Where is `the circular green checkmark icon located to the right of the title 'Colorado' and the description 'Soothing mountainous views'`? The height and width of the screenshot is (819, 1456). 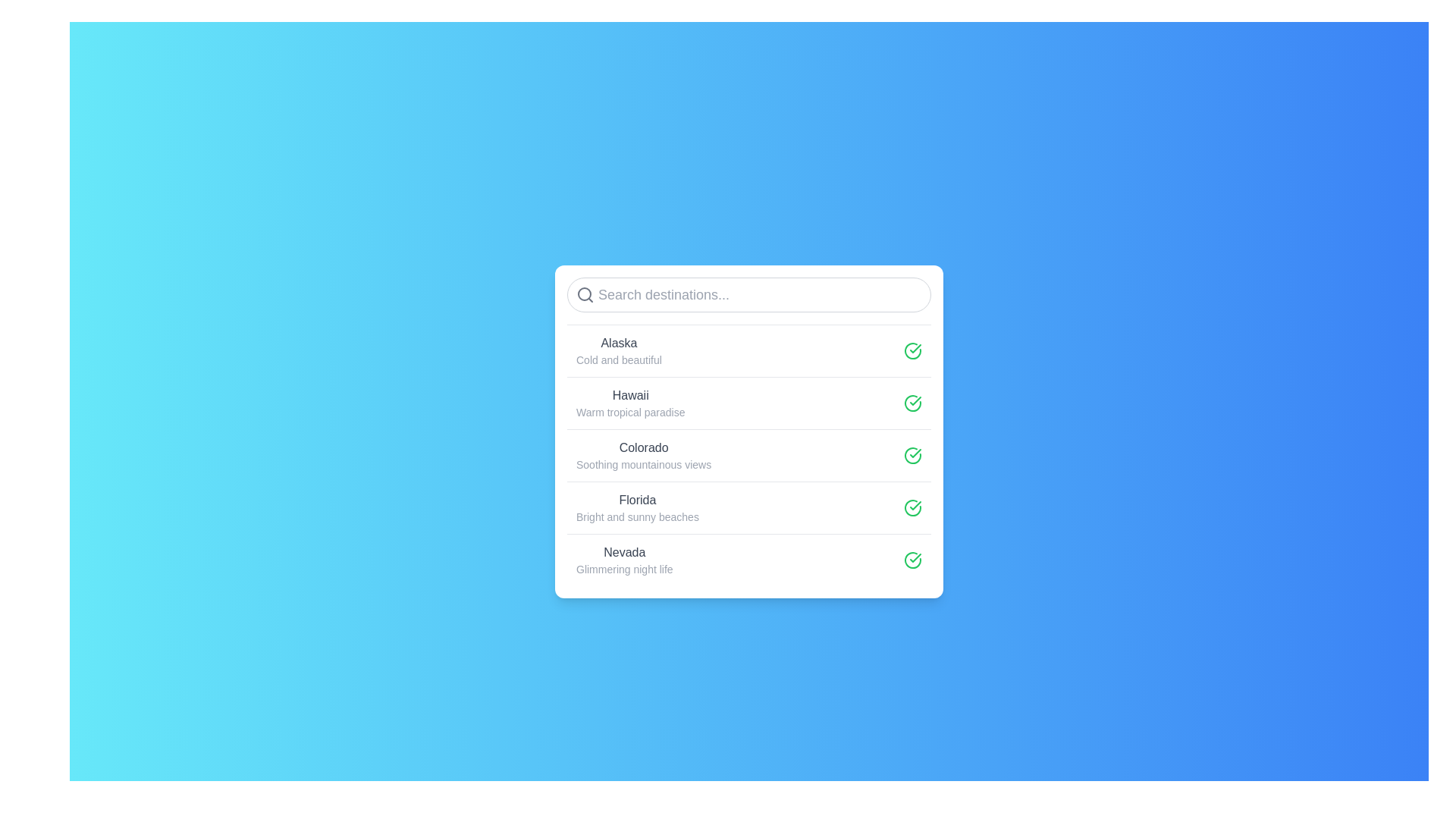 the circular green checkmark icon located to the right of the title 'Colorado' and the description 'Soothing mountainous views' is located at coordinates (912, 454).